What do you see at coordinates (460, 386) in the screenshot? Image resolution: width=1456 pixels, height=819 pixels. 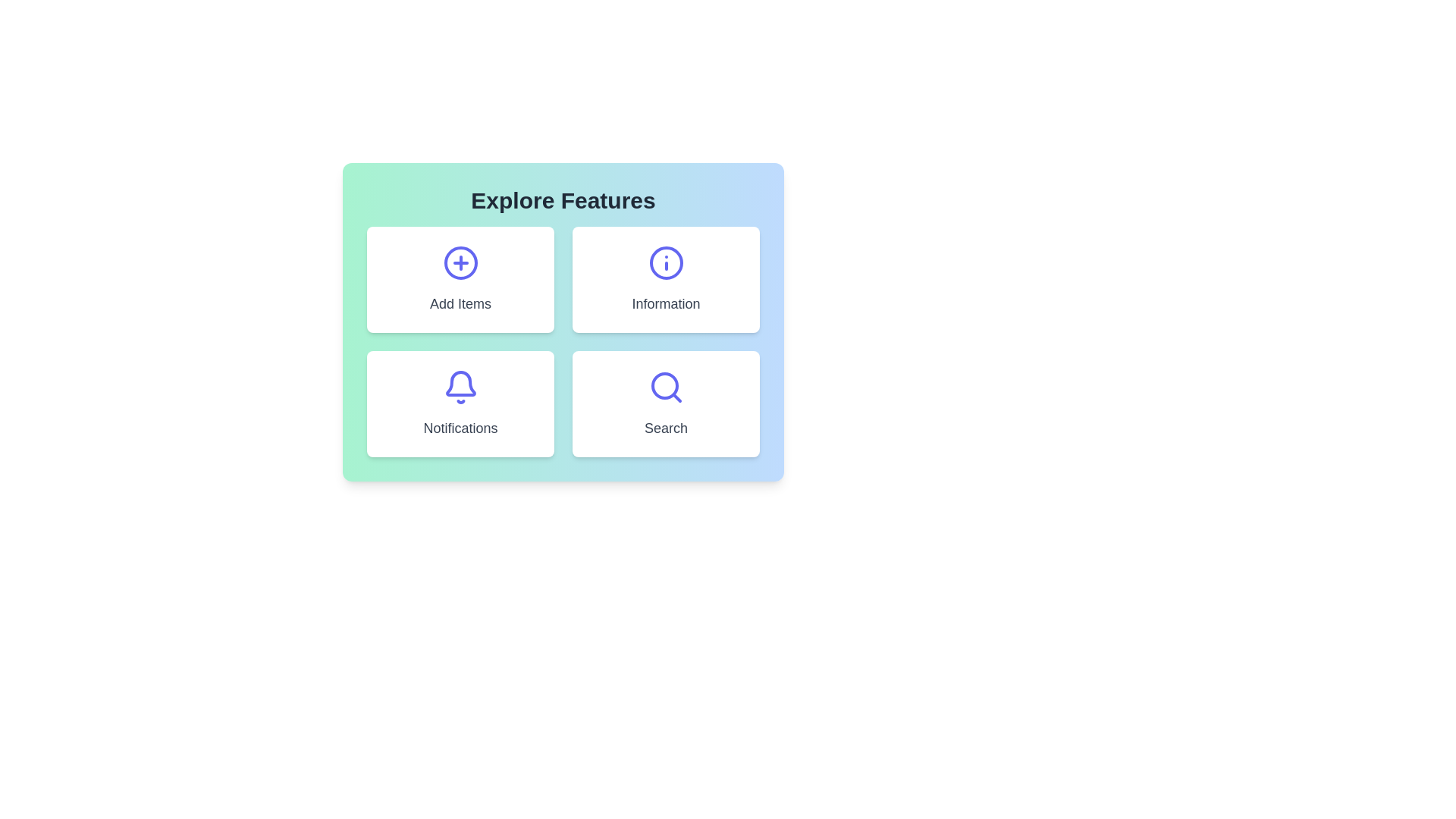 I see `the bell icon located in the bottom-left card of the grid to interact with the notifications feature` at bounding box center [460, 386].